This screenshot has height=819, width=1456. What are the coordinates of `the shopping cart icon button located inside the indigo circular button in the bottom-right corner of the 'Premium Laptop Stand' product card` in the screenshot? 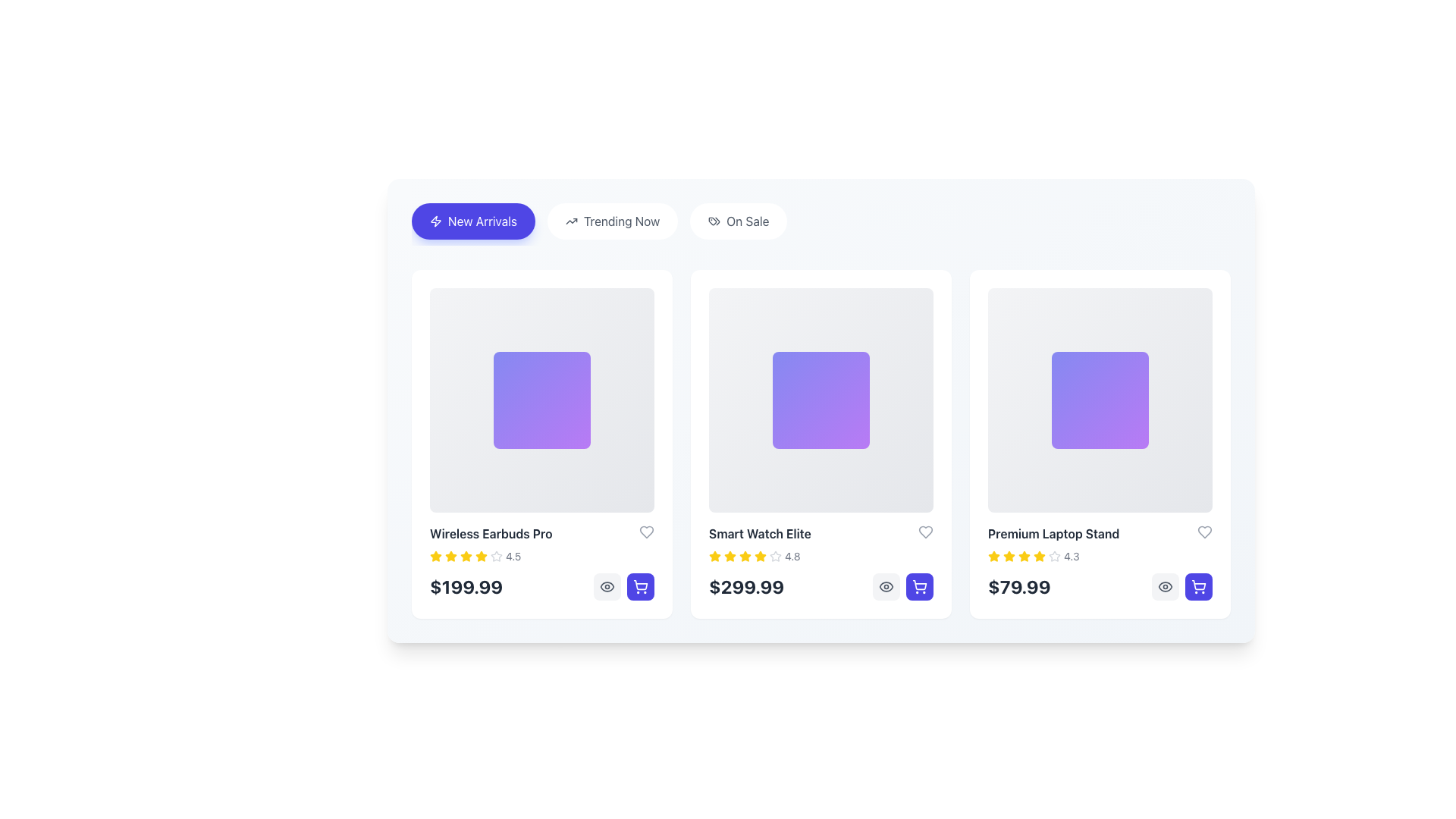 It's located at (919, 586).